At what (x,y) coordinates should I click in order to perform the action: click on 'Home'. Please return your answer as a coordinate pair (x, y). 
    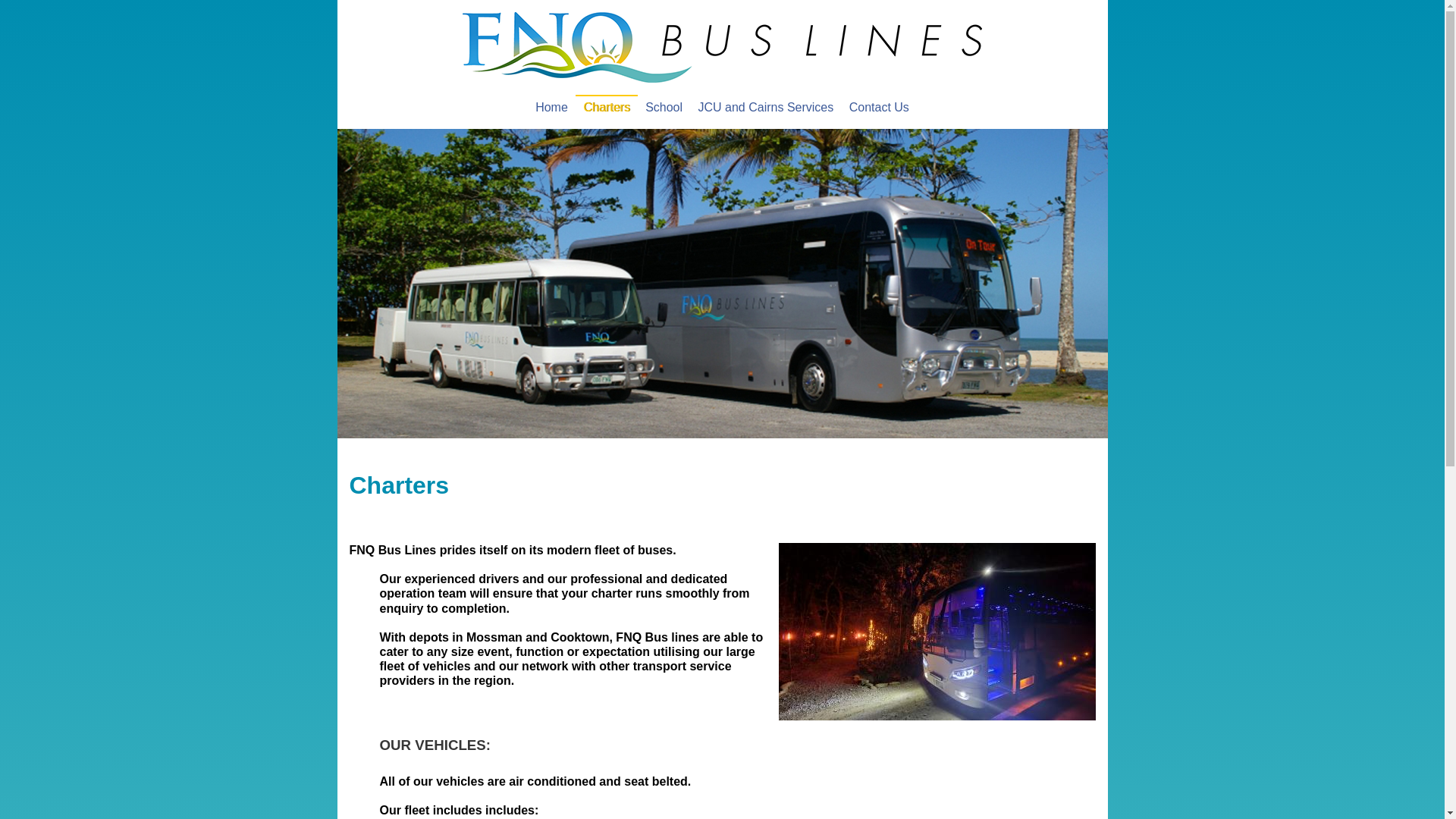
    Looking at the image, I should click on (551, 107).